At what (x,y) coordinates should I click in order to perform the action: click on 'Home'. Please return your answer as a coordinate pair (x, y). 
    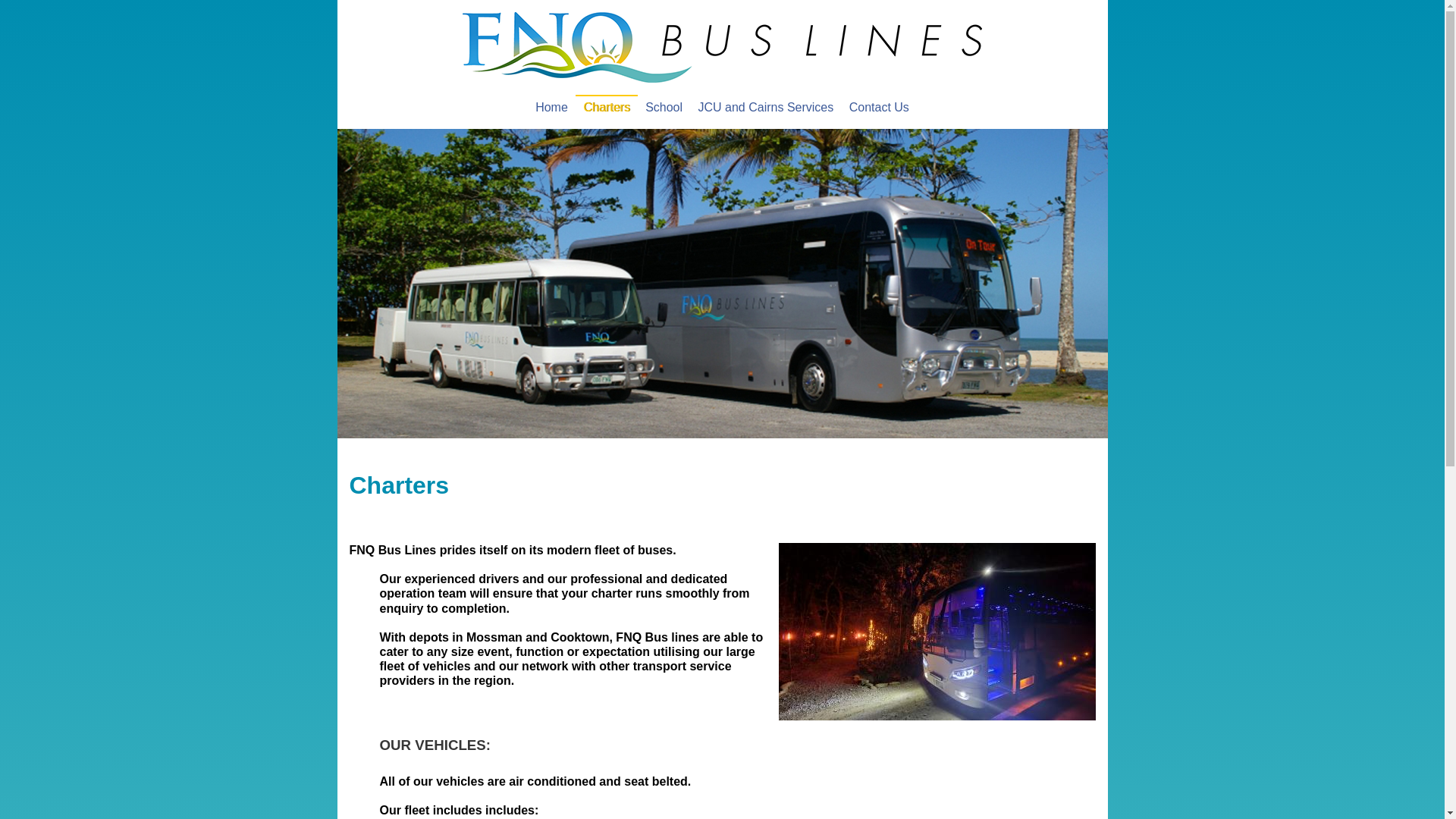
    Looking at the image, I should click on (551, 107).